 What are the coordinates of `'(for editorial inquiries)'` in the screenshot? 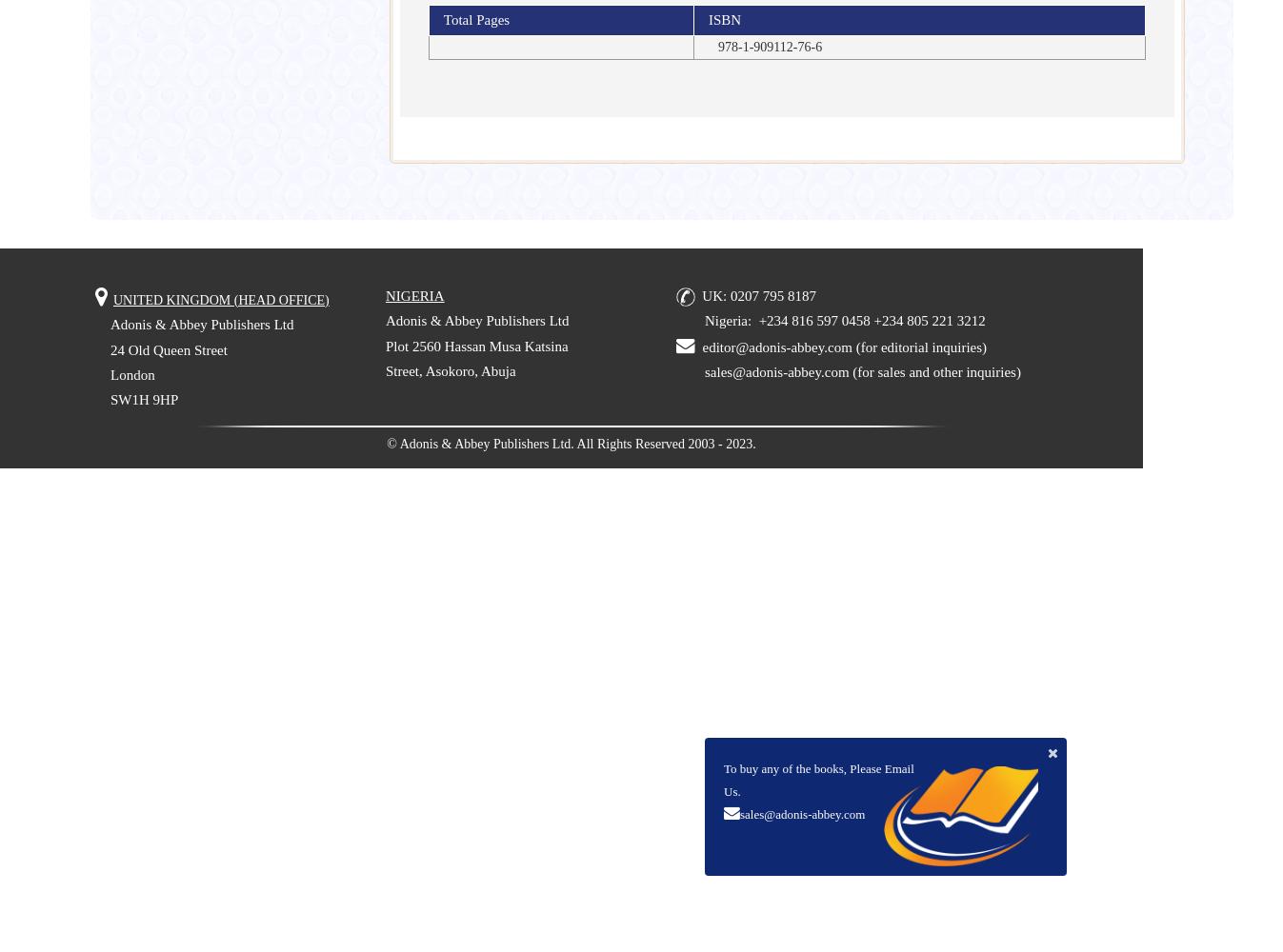 It's located at (917, 346).